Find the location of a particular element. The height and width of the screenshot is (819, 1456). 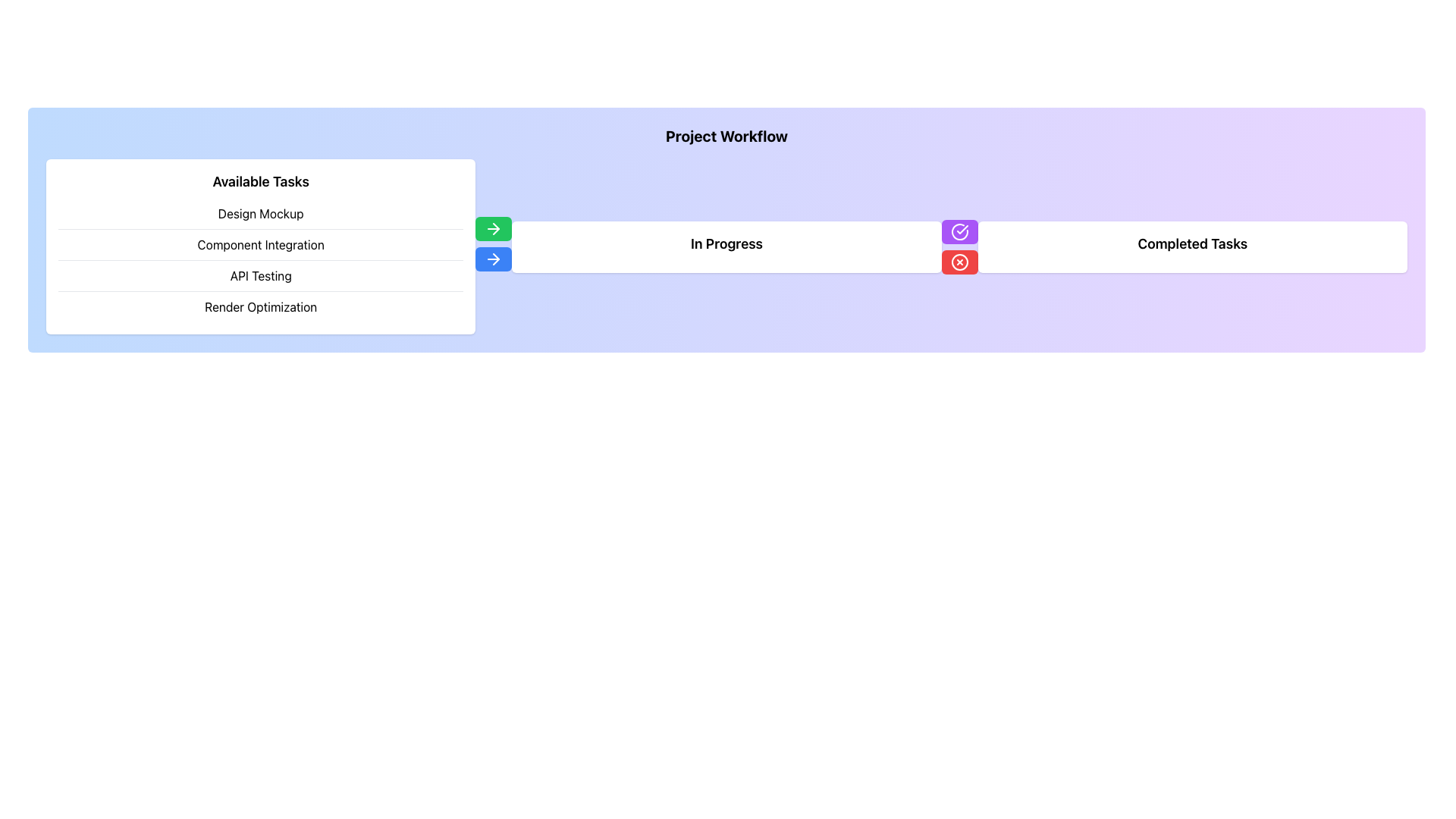

the Text label that serves as the title or header for the list of tasks below it, located within a white, bordered box at the top-left of the main interface is located at coordinates (261, 180).